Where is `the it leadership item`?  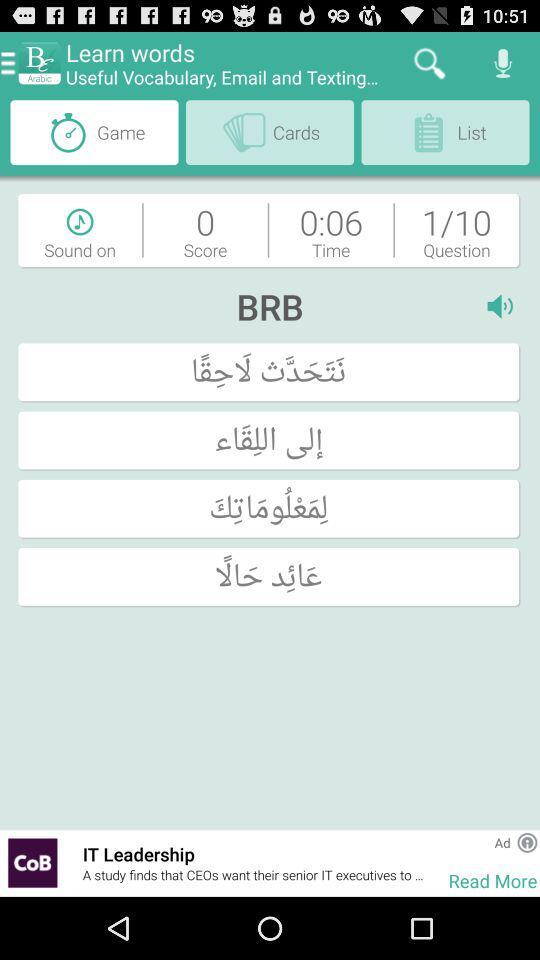 the it leadership item is located at coordinates (255, 853).